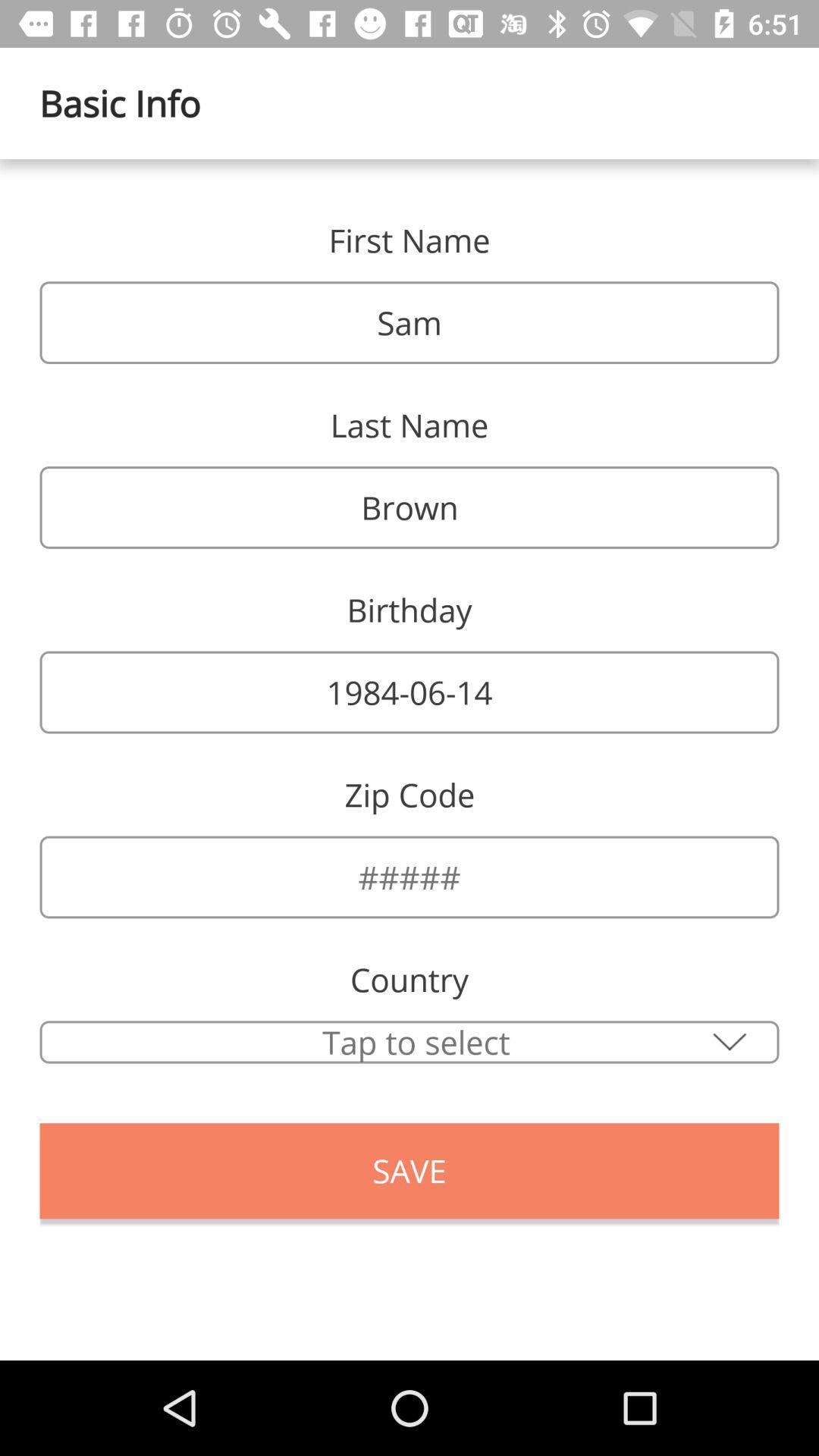 This screenshot has width=819, height=1456. Describe the element at coordinates (409, 877) in the screenshot. I see `type in zip code` at that location.